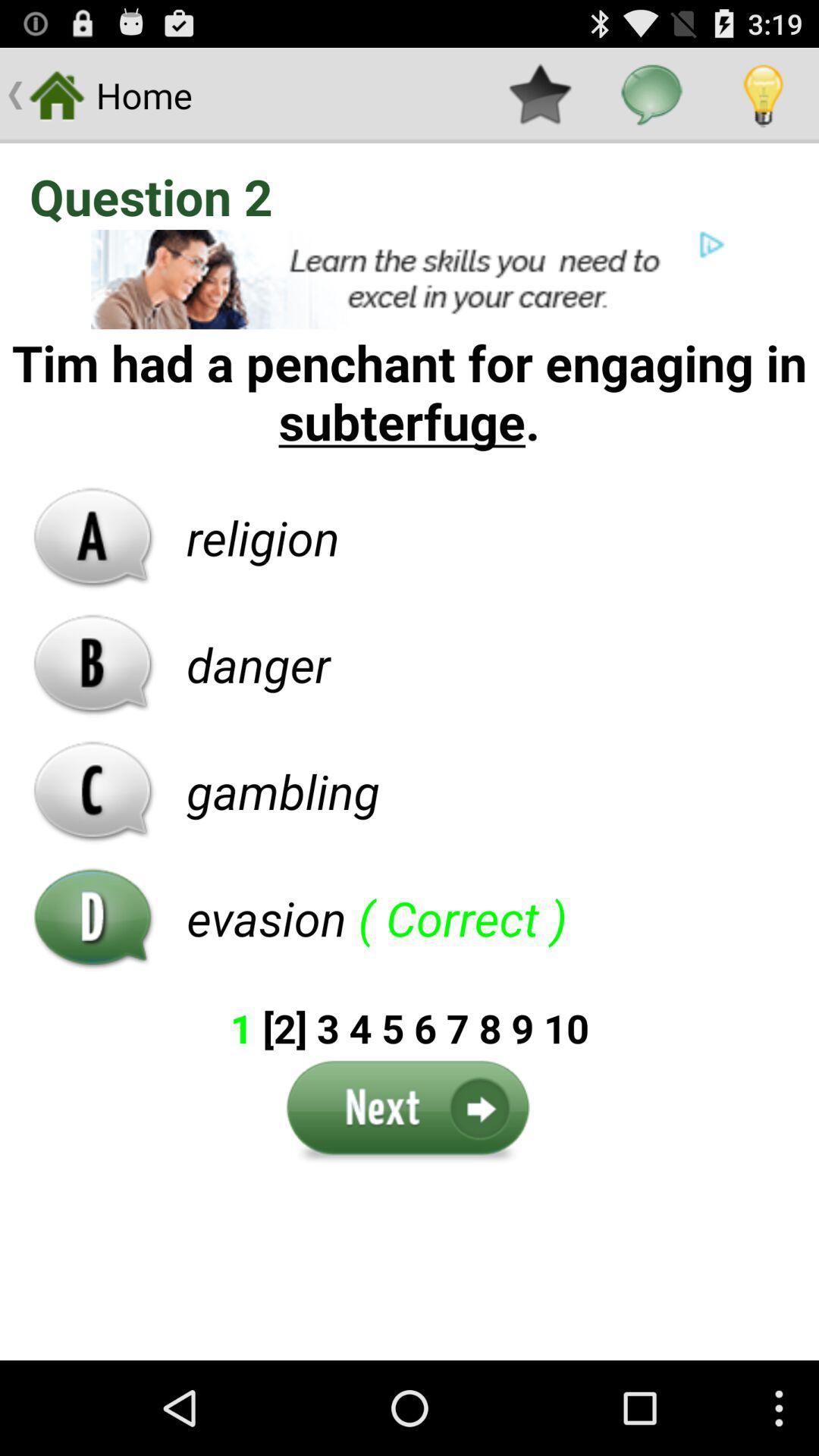 Image resolution: width=819 pixels, height=1456 pixels. What do you see at coordinates (409, 279) in the screenshot?
I see `click for advertisement` at bounding box center [409, 279].